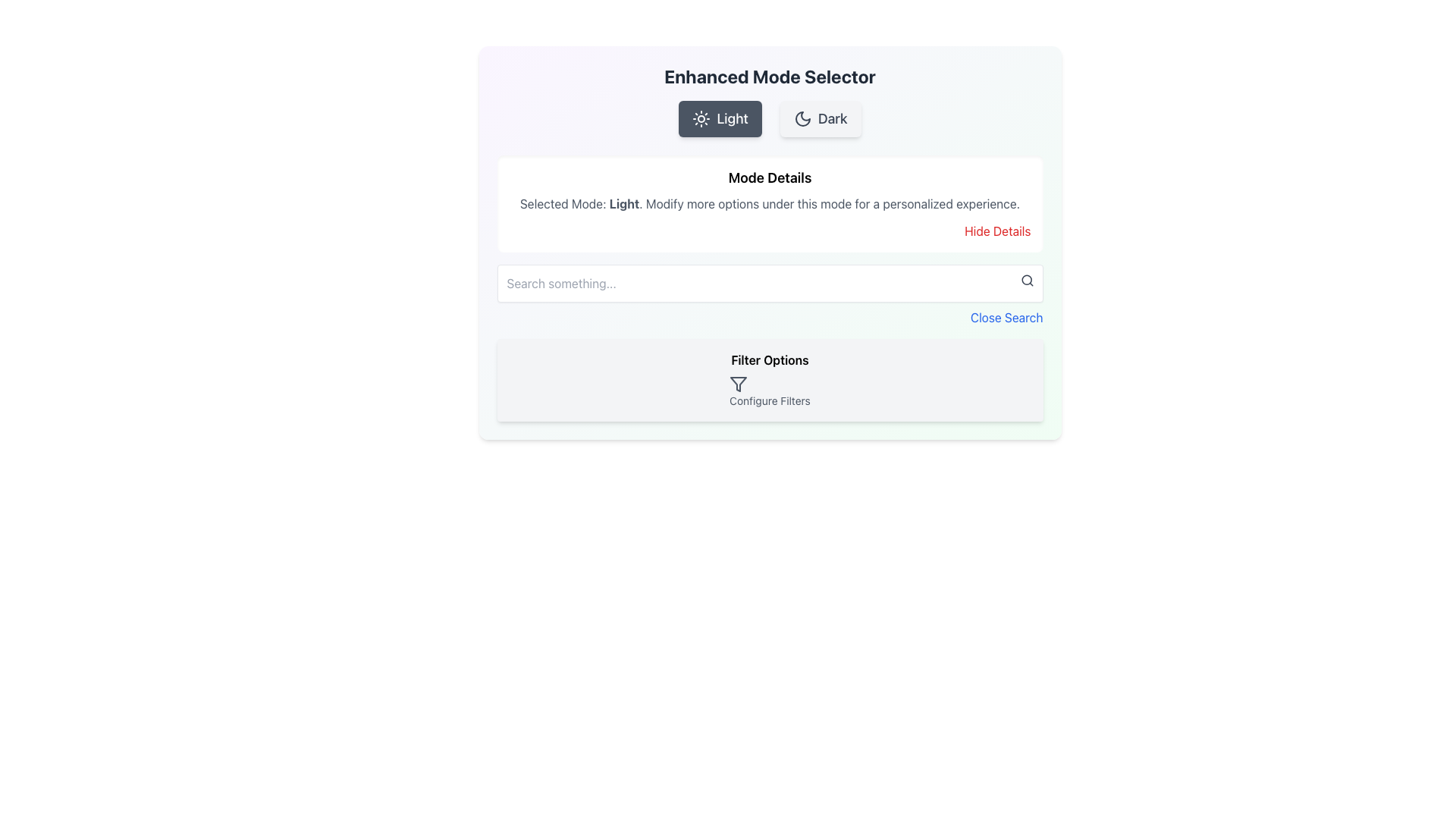 The width and height of the screenshot is (1456, 819). What do you see at coordinates (739, 383) in the screenshot?
I see `the filter icon, which is located to the left of the text 'Configure Filters' in the 'Filter Options' section of the interface` at bounding box center [739, 383].